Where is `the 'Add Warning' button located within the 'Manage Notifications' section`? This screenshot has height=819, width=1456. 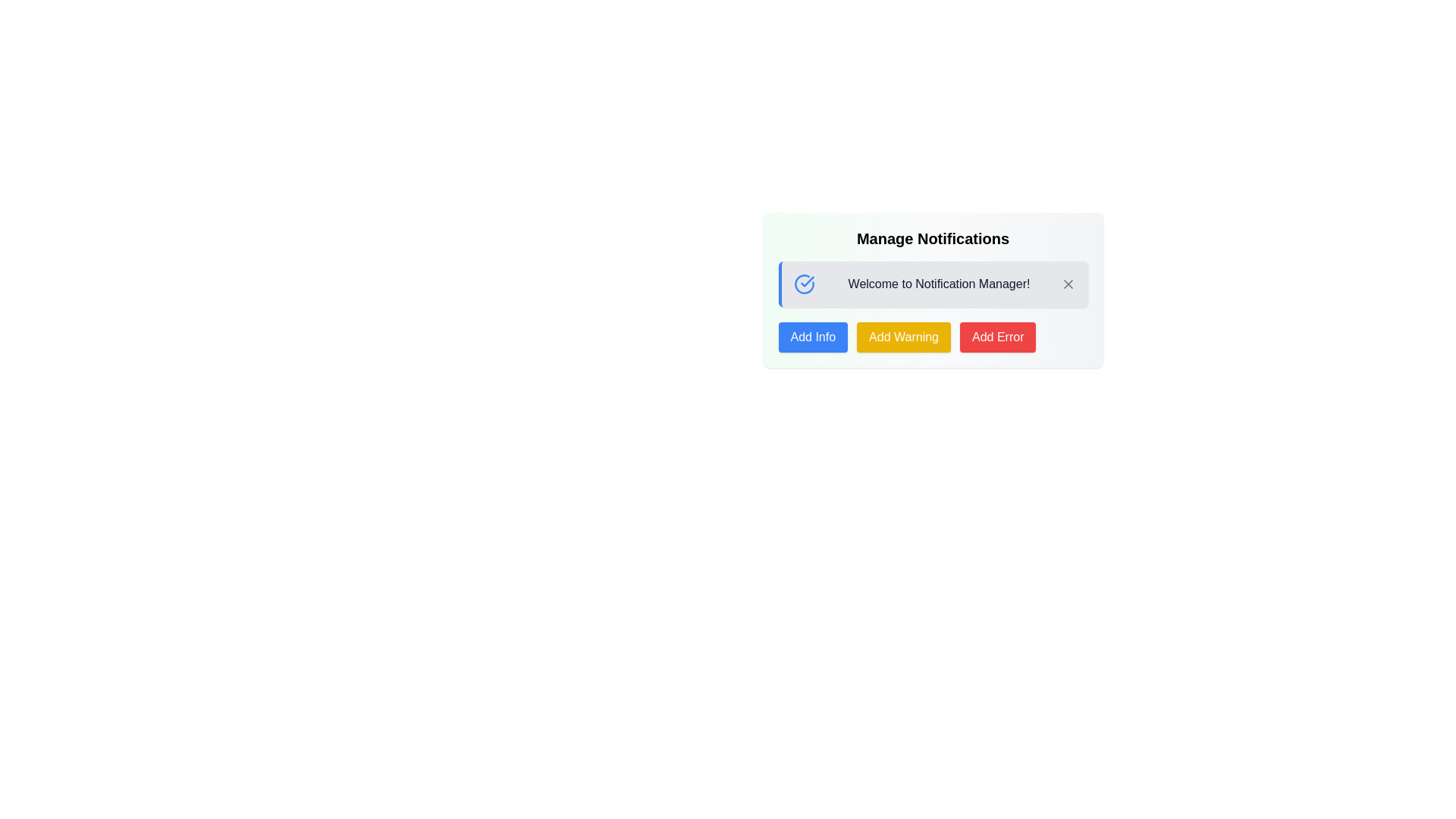
the 'Add Warning' button located within the 'Manage Notifications' section is located at coordinates (932, 336).